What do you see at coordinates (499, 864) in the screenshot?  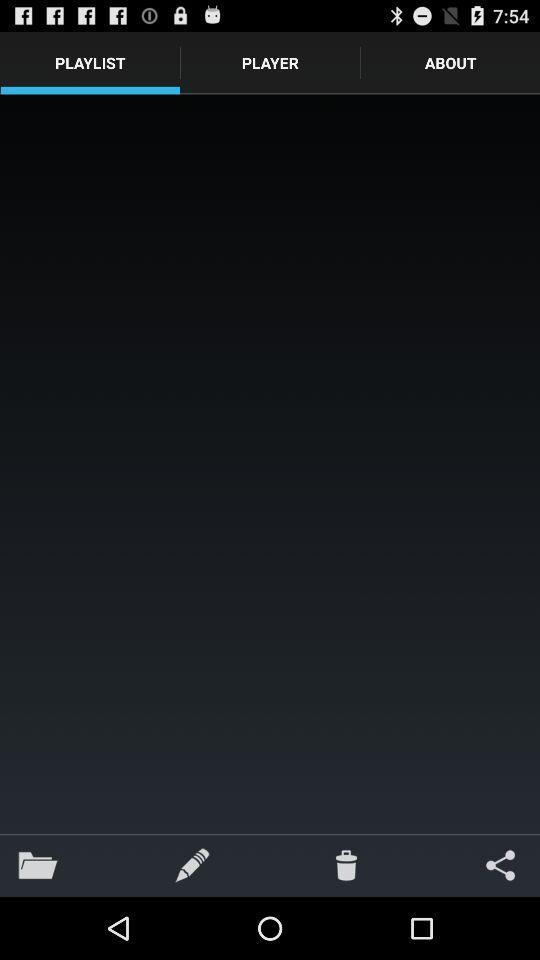 I see `icon at the bottom right corner` at bounding box center [499, 864].